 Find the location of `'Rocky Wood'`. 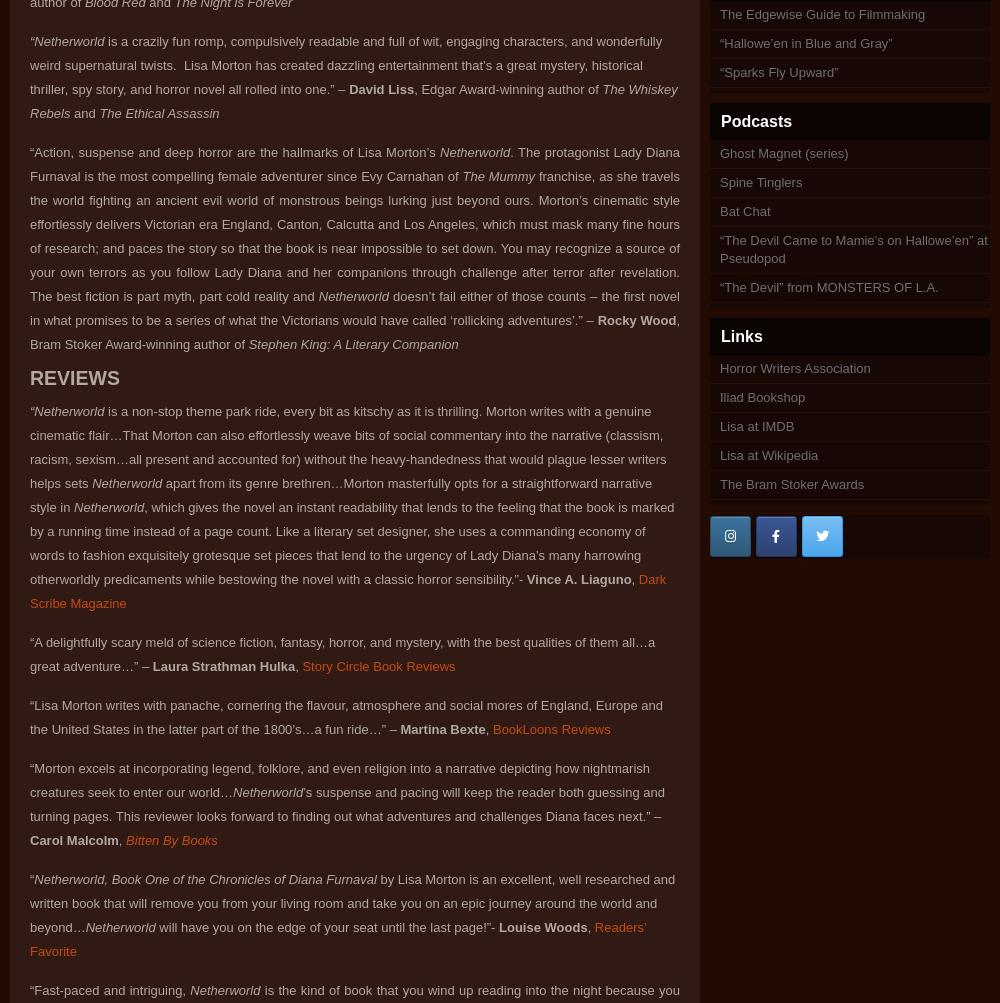

'Rocky Wood' is located at coordinates (636, 319).